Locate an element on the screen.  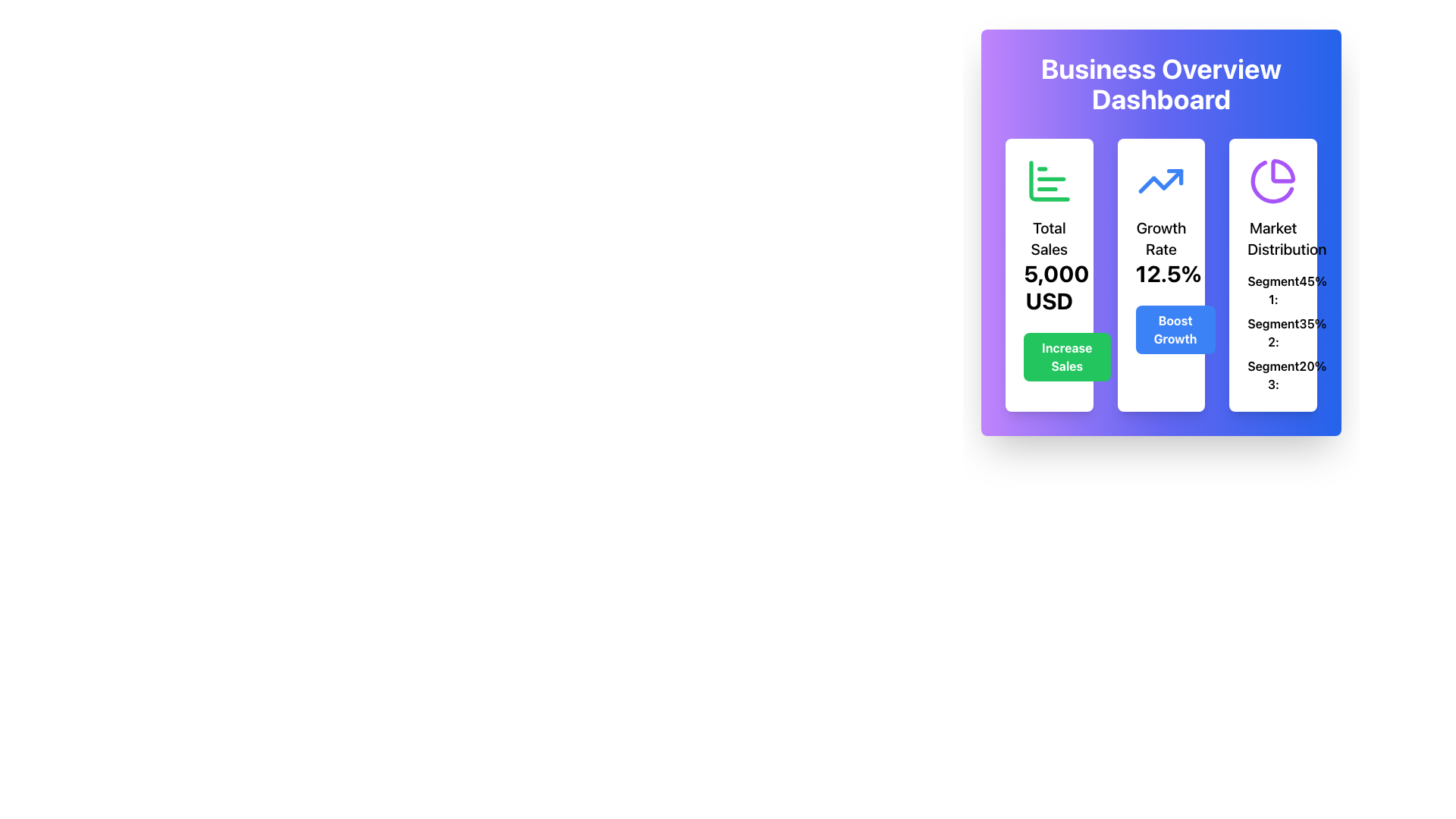
the Text Label that serves as a section title for the market distribution card, located beneath the pie chart icon and above the segment details in the upper part of the card is located at coordinates (1273, 239).